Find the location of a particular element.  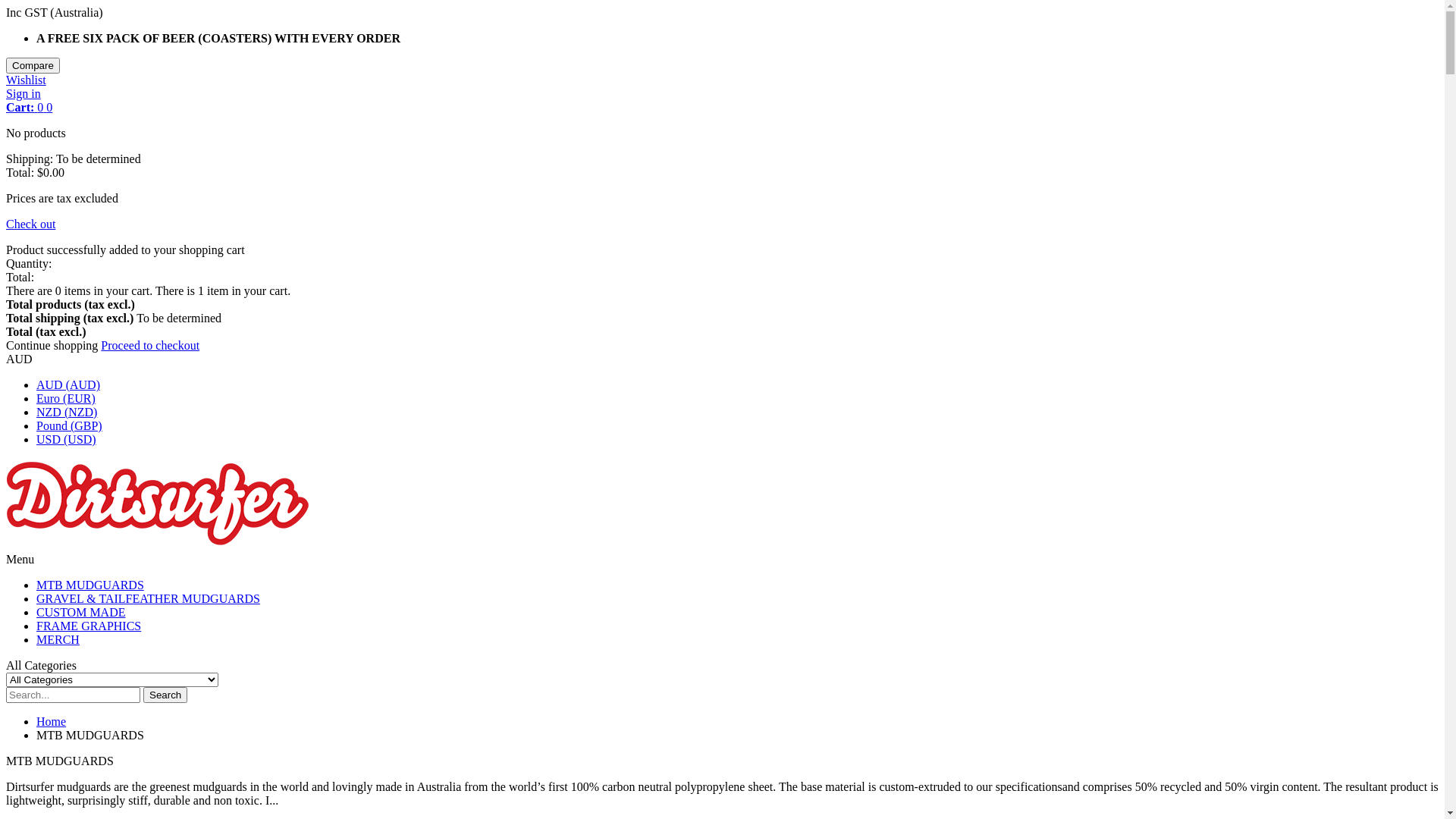

'USD (USD)' is located at coordinates (65, 439).